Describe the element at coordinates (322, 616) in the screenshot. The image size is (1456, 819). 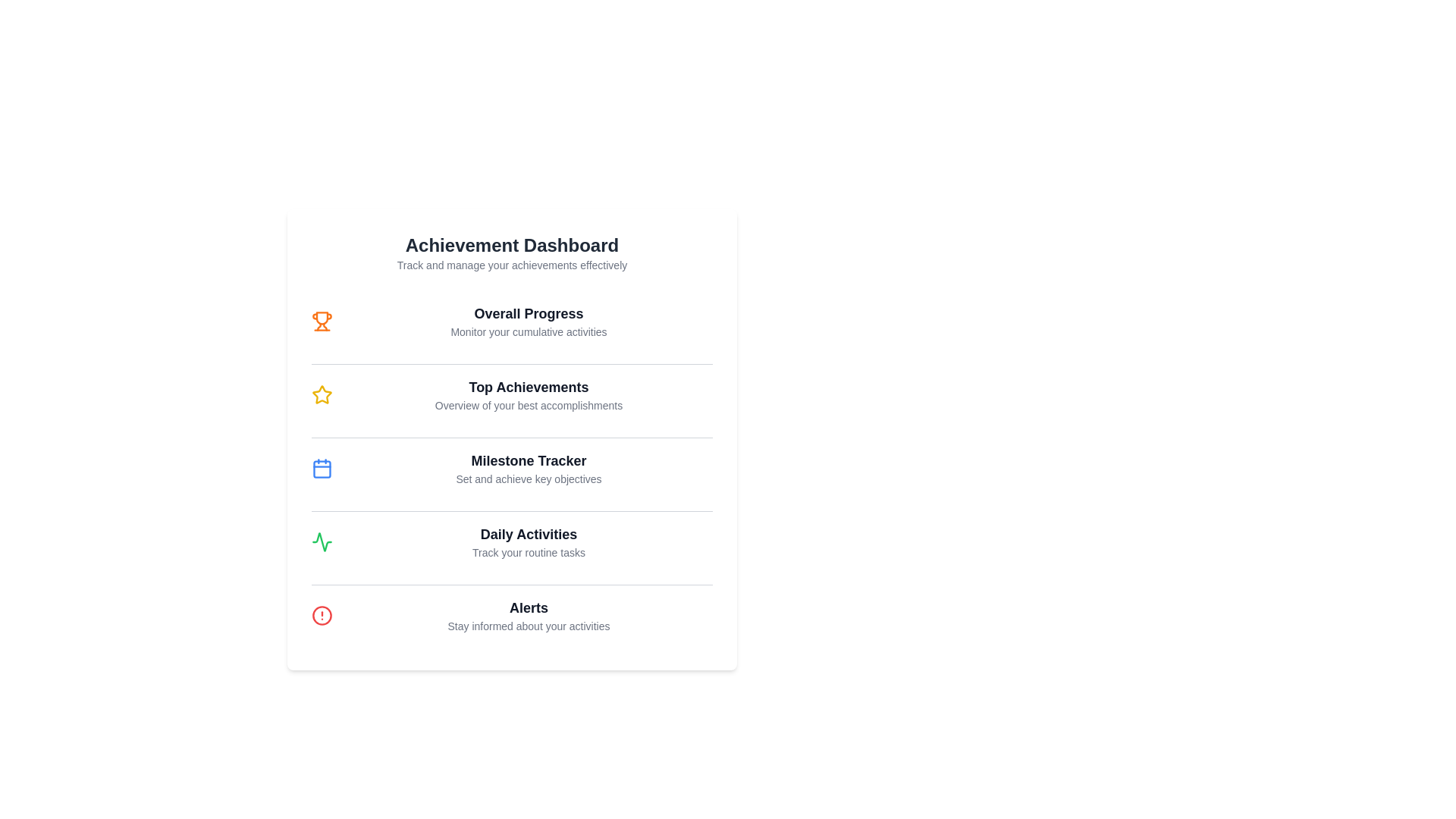
I see `the central part of the alert icon in the 'Alerts' section, which symbolizes important notifications or warnings` at that location.